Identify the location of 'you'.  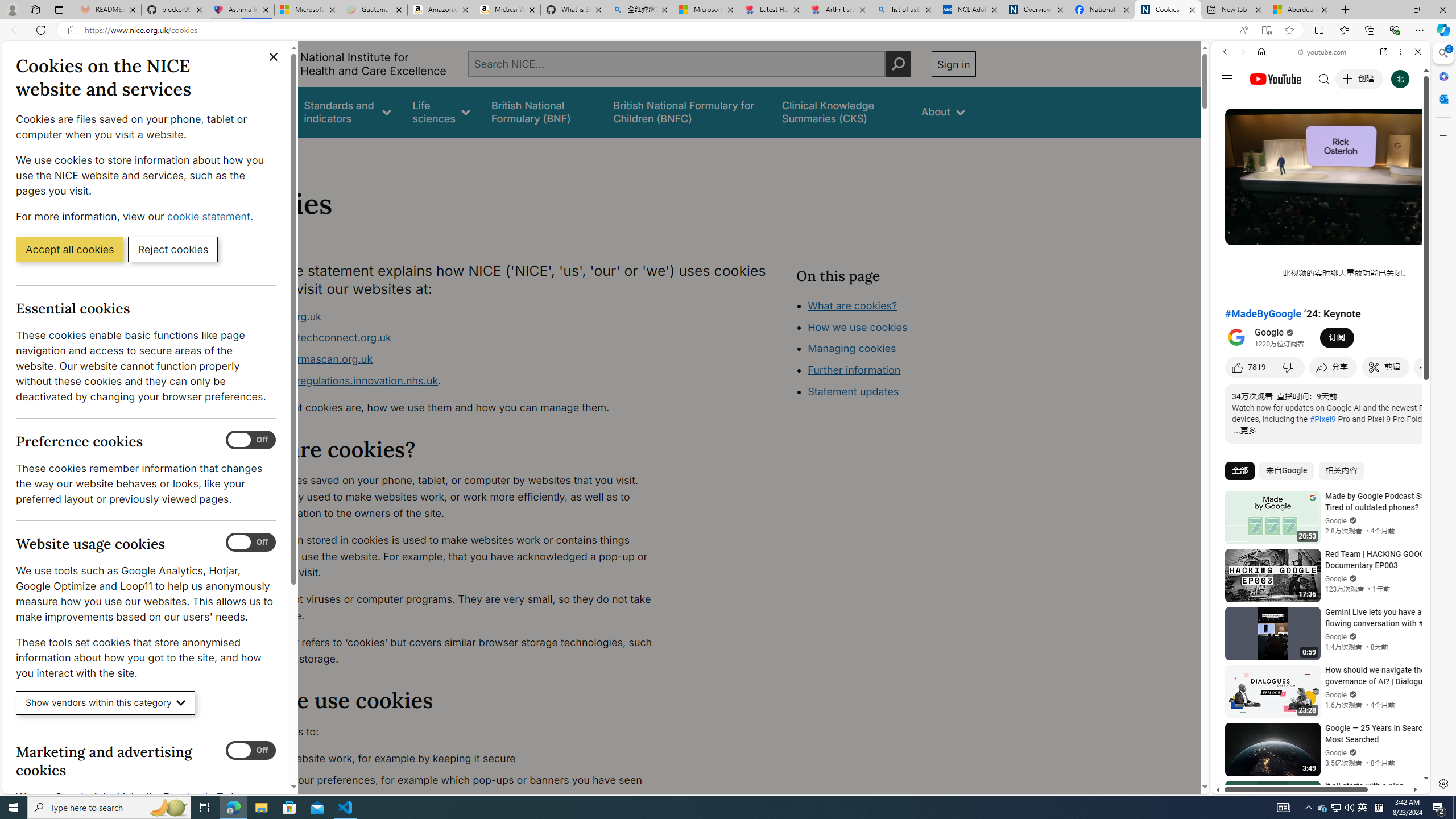
(1316, 755).